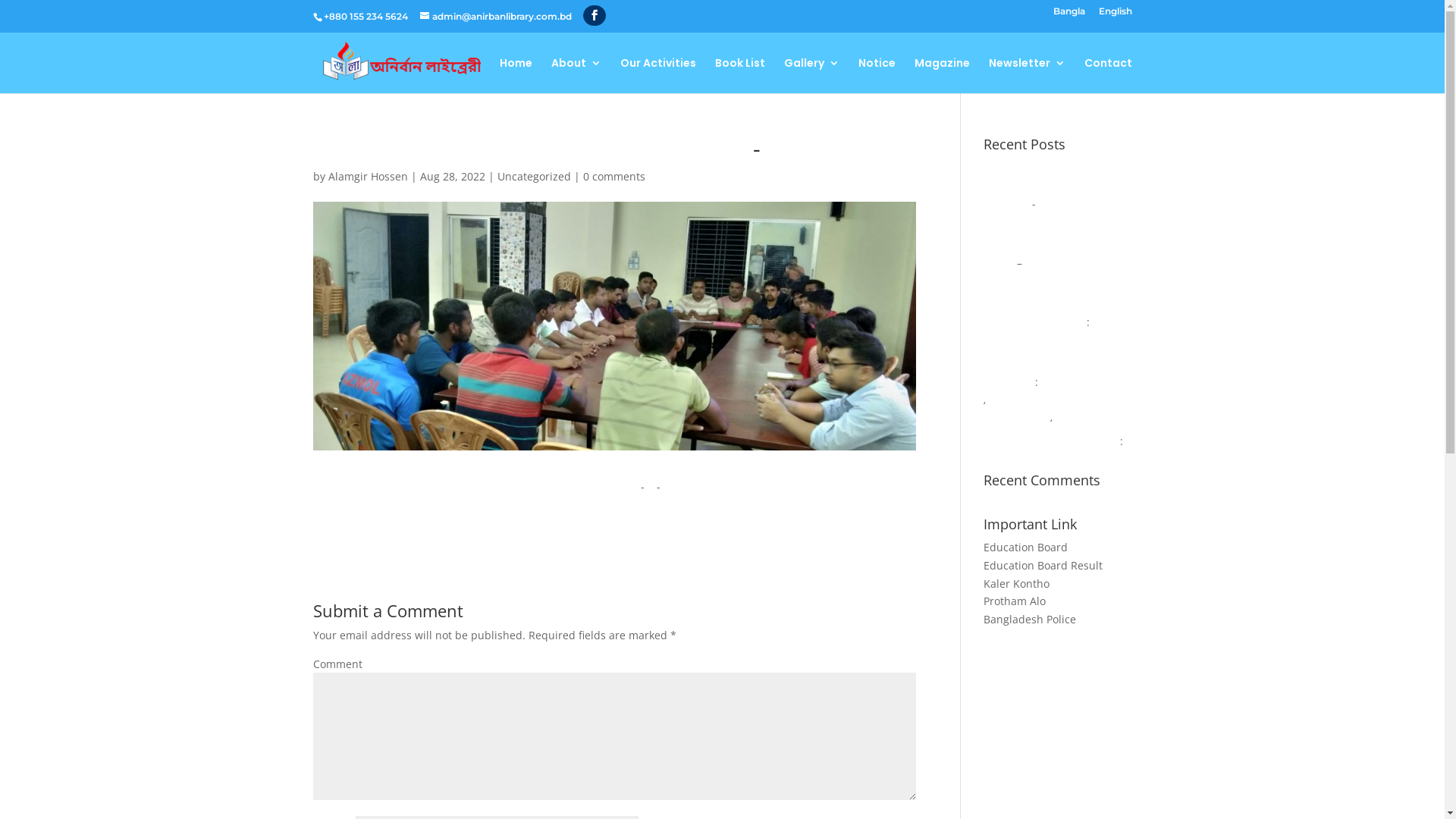  Describe the element at coordinates (495, 16) in the screenshot. I see `'admin@anirbanlibrary.com.bd'` at that location.